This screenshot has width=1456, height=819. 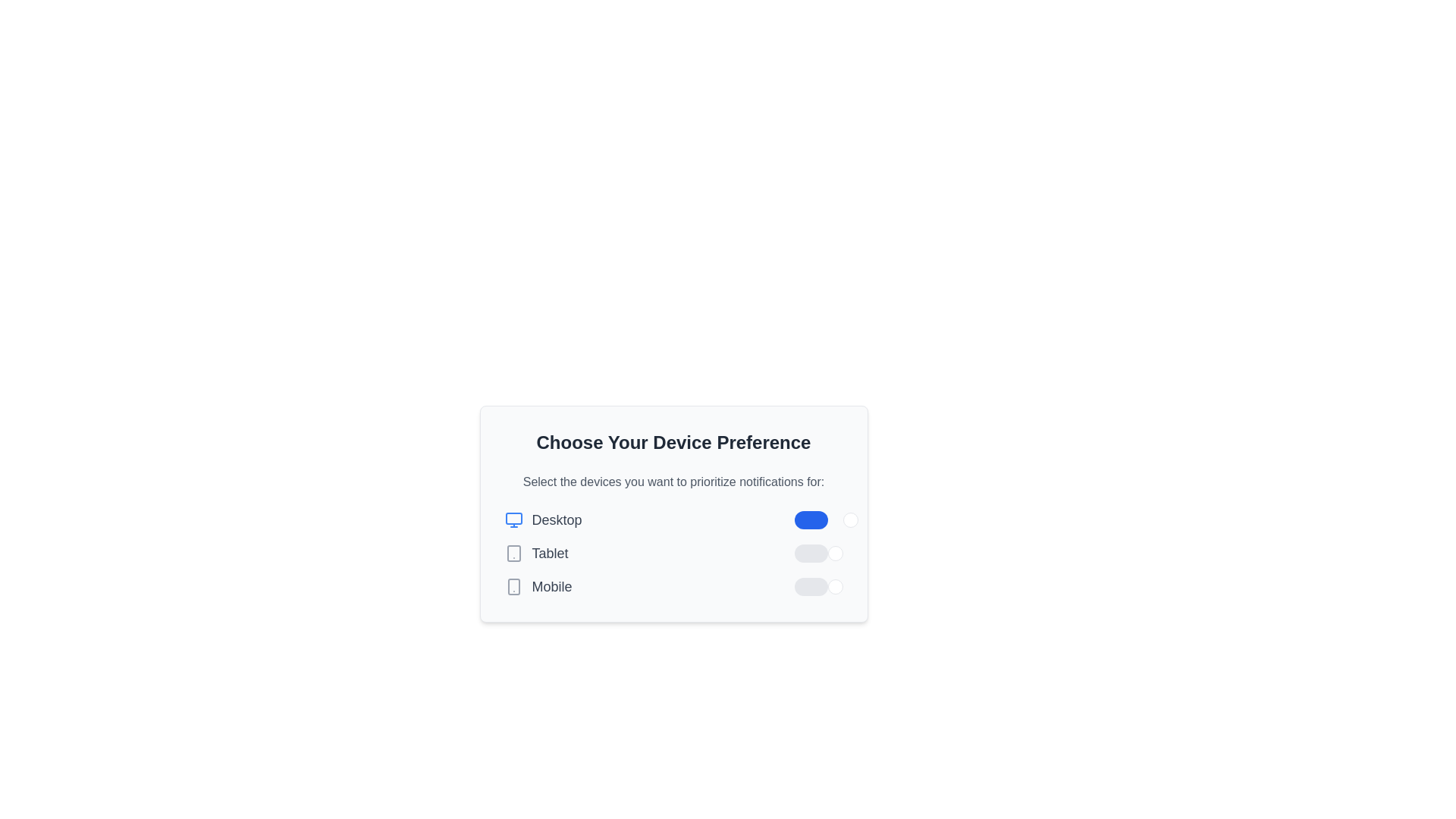 What do you see at coordinates (551, 586) in the screenshot?
I see `the 'Mobile' notification preference label, which is the last item in the 'Choose Your Device Preference' section and is located to the right of a smartphone icon` at bounding box center [551, 586].